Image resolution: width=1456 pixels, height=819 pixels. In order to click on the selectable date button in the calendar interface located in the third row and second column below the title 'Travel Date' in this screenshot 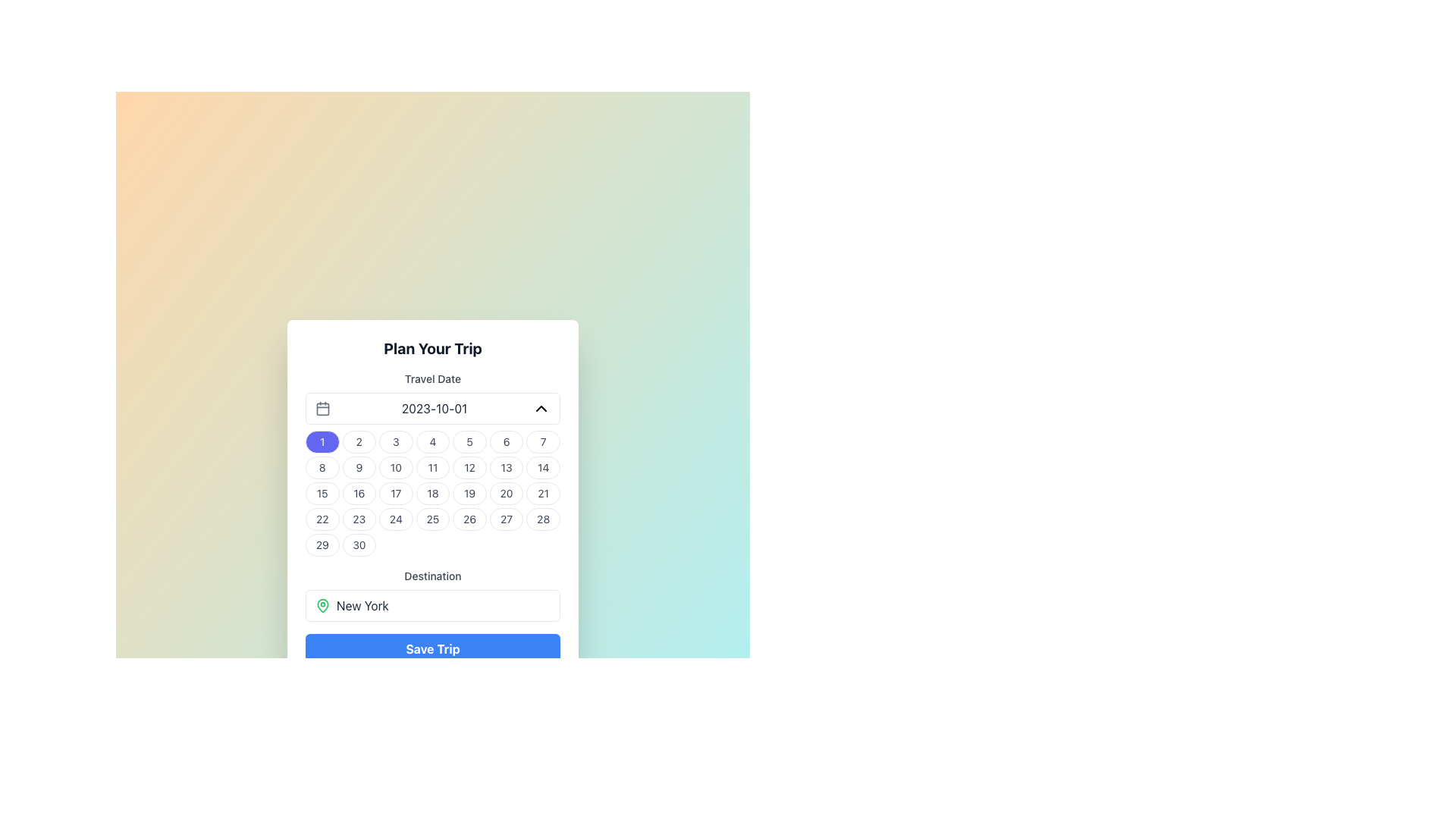, I will do `click(358, 494)`.